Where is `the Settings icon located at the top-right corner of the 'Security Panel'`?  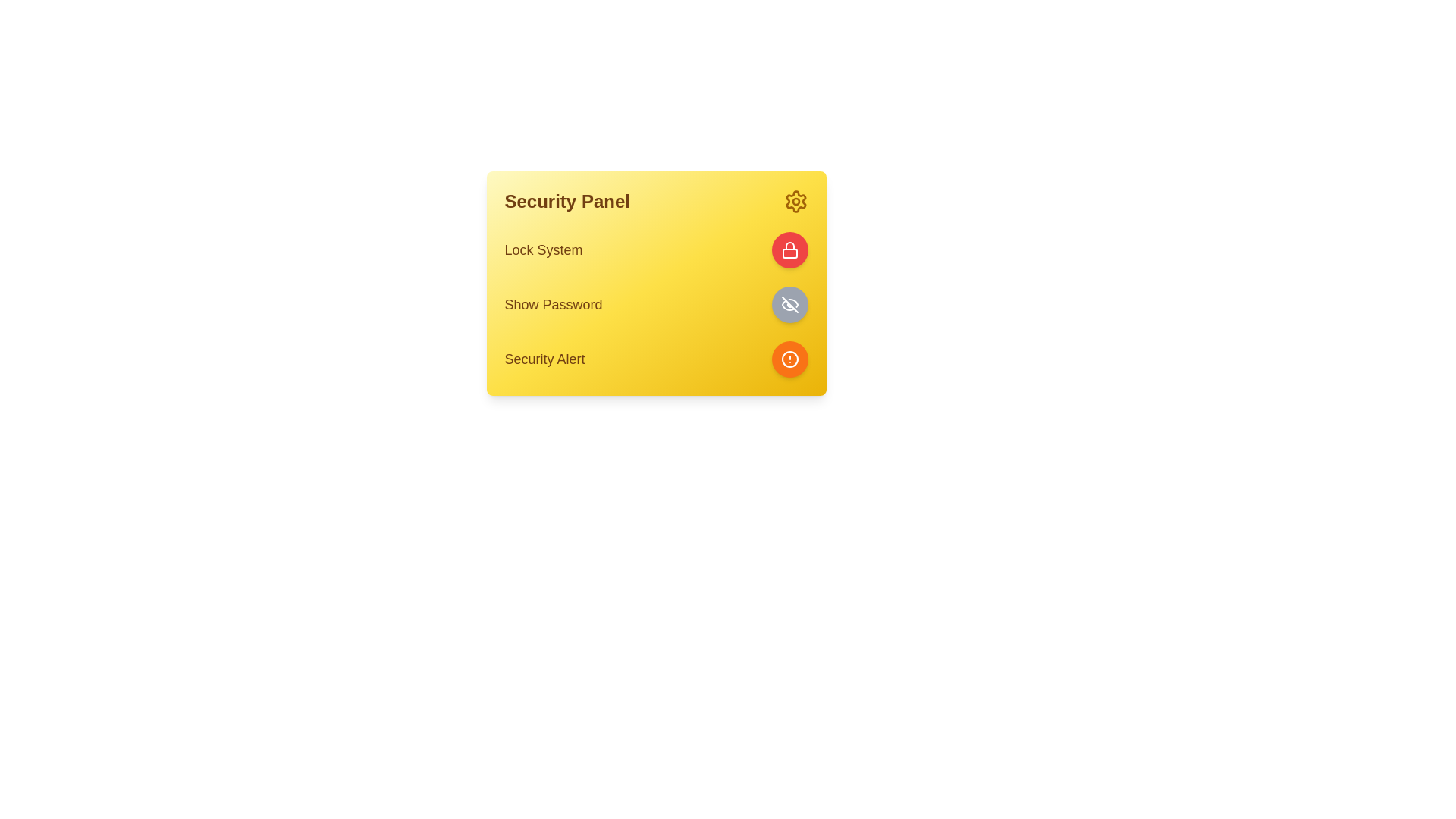 the Settings icon located at the top-right corner of the 'Security Panel' is located at coordinates (795, 201).